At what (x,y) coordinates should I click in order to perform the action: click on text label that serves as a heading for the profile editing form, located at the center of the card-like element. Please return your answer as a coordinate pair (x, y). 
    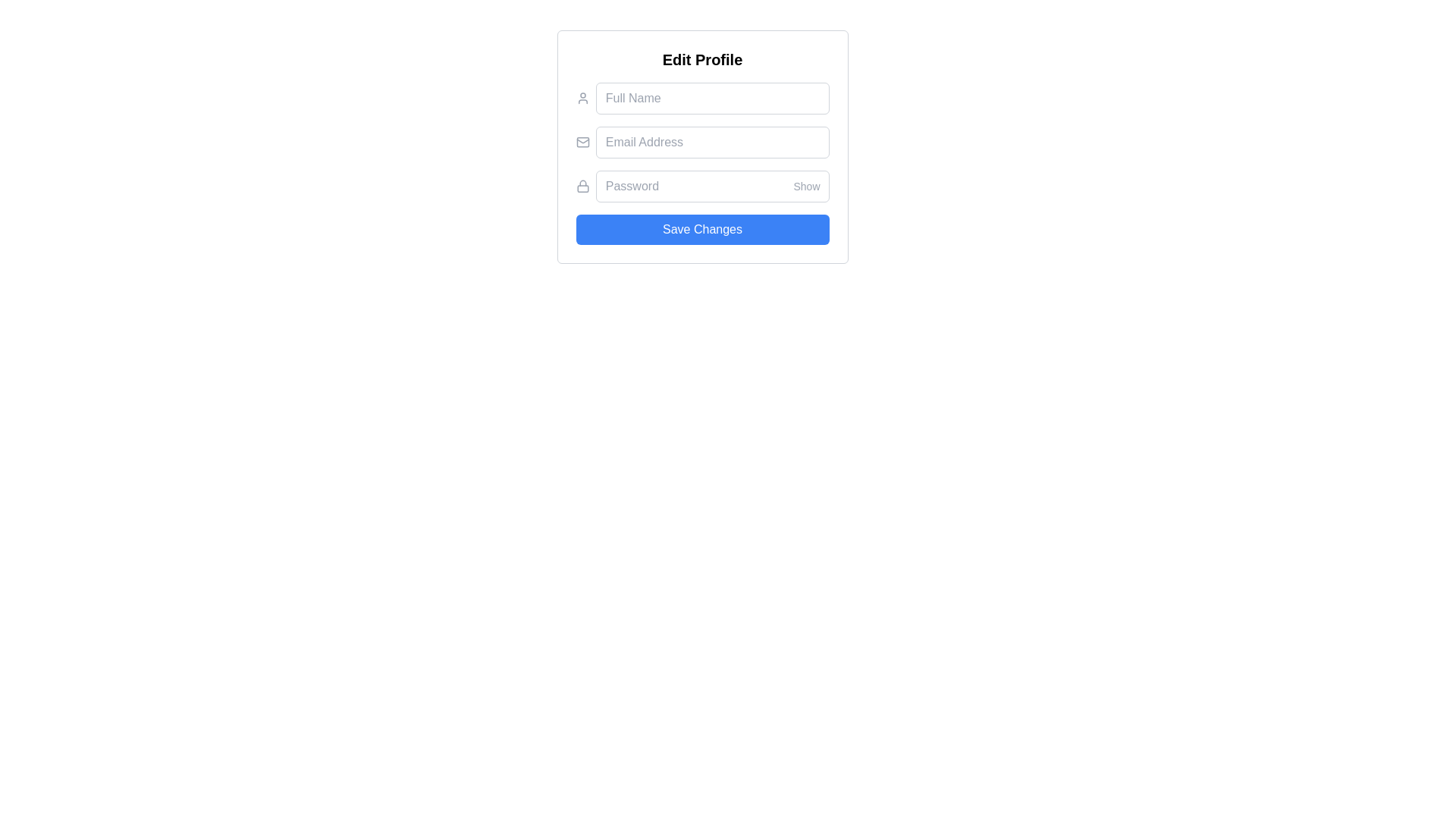
    Looking at the image, I should click on (701, 58).